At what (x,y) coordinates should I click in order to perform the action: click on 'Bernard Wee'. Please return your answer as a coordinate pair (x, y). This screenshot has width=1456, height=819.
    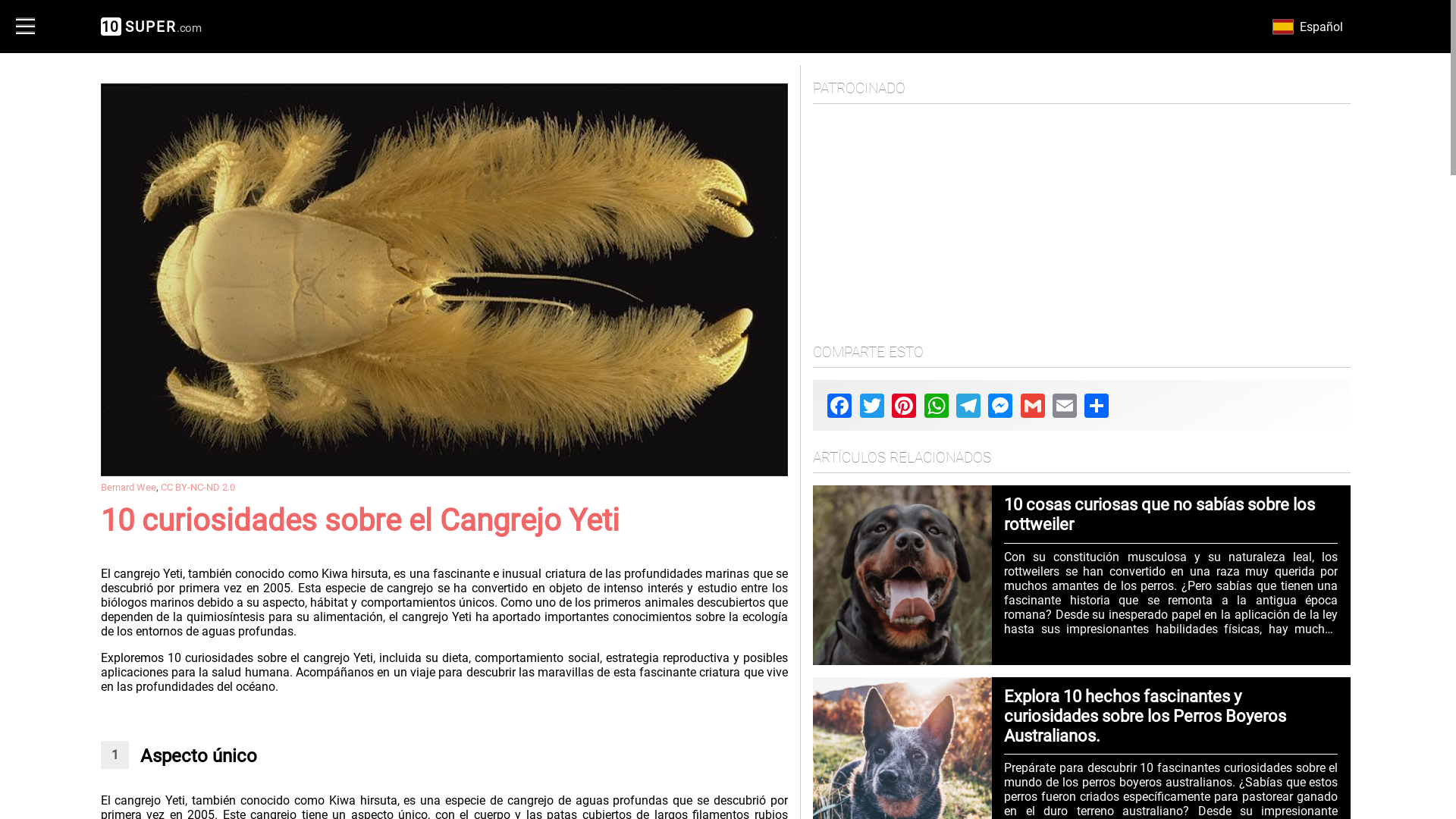
    Looking at the image, I should click on (99, 487).